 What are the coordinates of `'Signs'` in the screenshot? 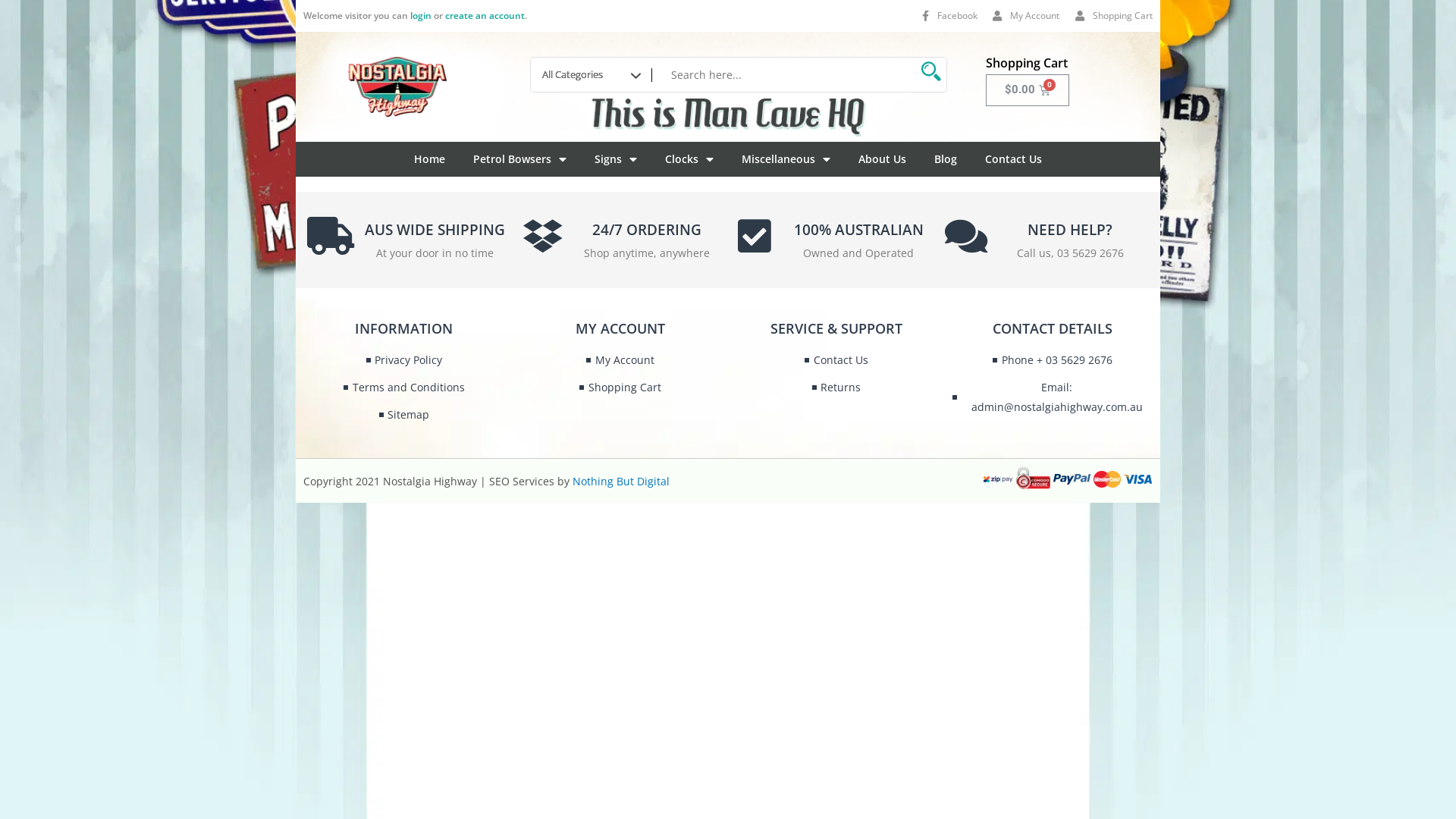 It's located at (615, 158).